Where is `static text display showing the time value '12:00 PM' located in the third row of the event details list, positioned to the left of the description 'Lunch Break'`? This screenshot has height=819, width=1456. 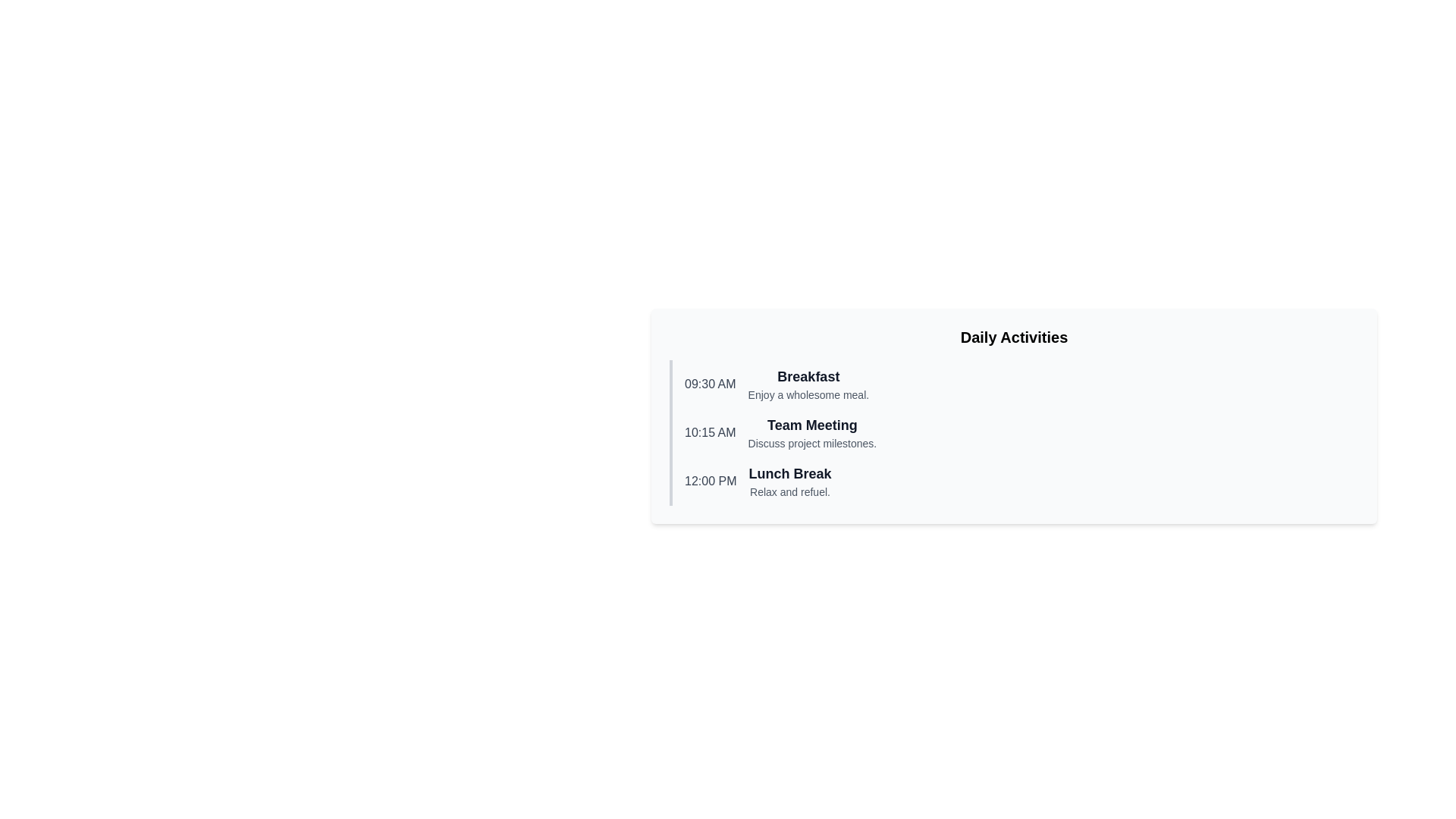
static text display showing the time value '12:00 PM' located in the third row of the event details list, positioned to the left of the description 'Lunch Break' is located at coordinates (710, 482).